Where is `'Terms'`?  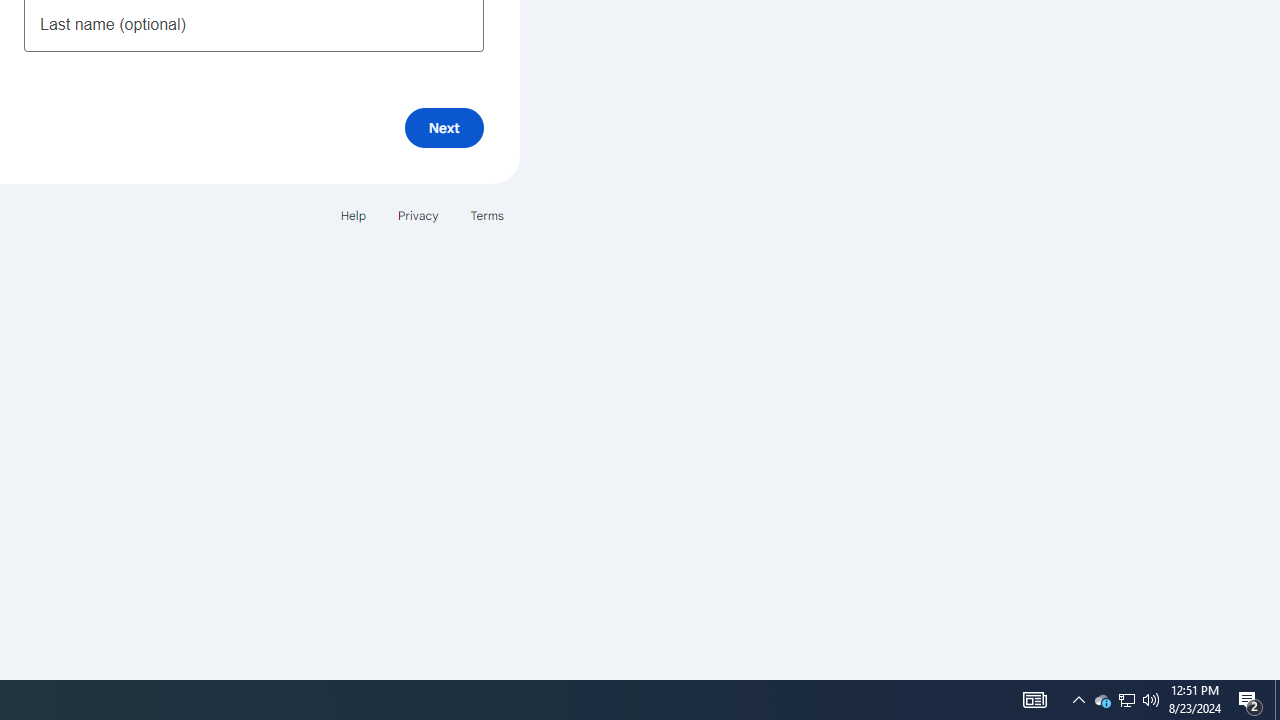 'Terms' is located at coordinates (487, 215).